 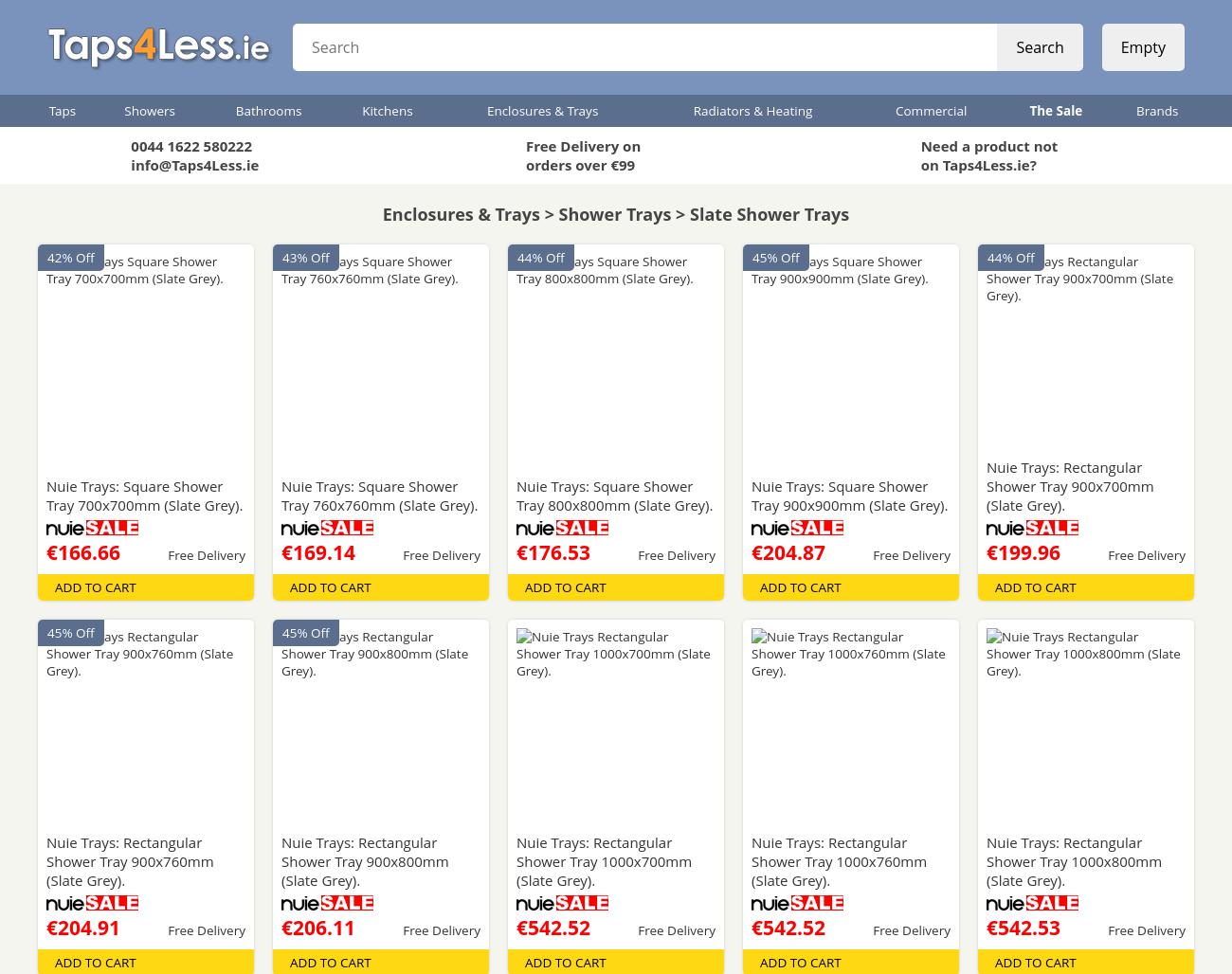 What do you see at coordinates (305, 258) in the screenshot?
I see `'43% Off'` at bounding box center [305, 258].